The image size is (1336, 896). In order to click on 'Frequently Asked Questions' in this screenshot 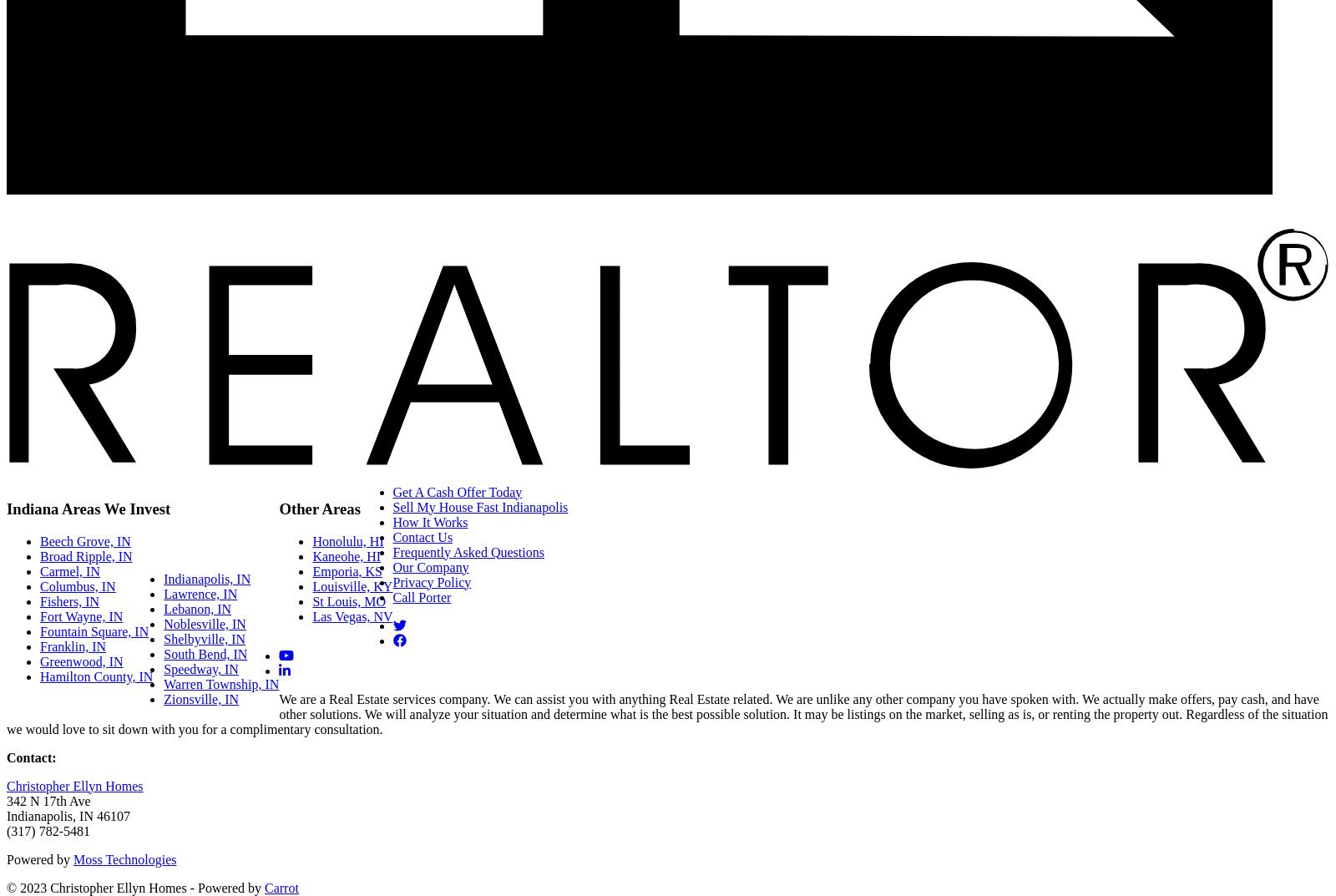, I will do `click(467, 551)`.